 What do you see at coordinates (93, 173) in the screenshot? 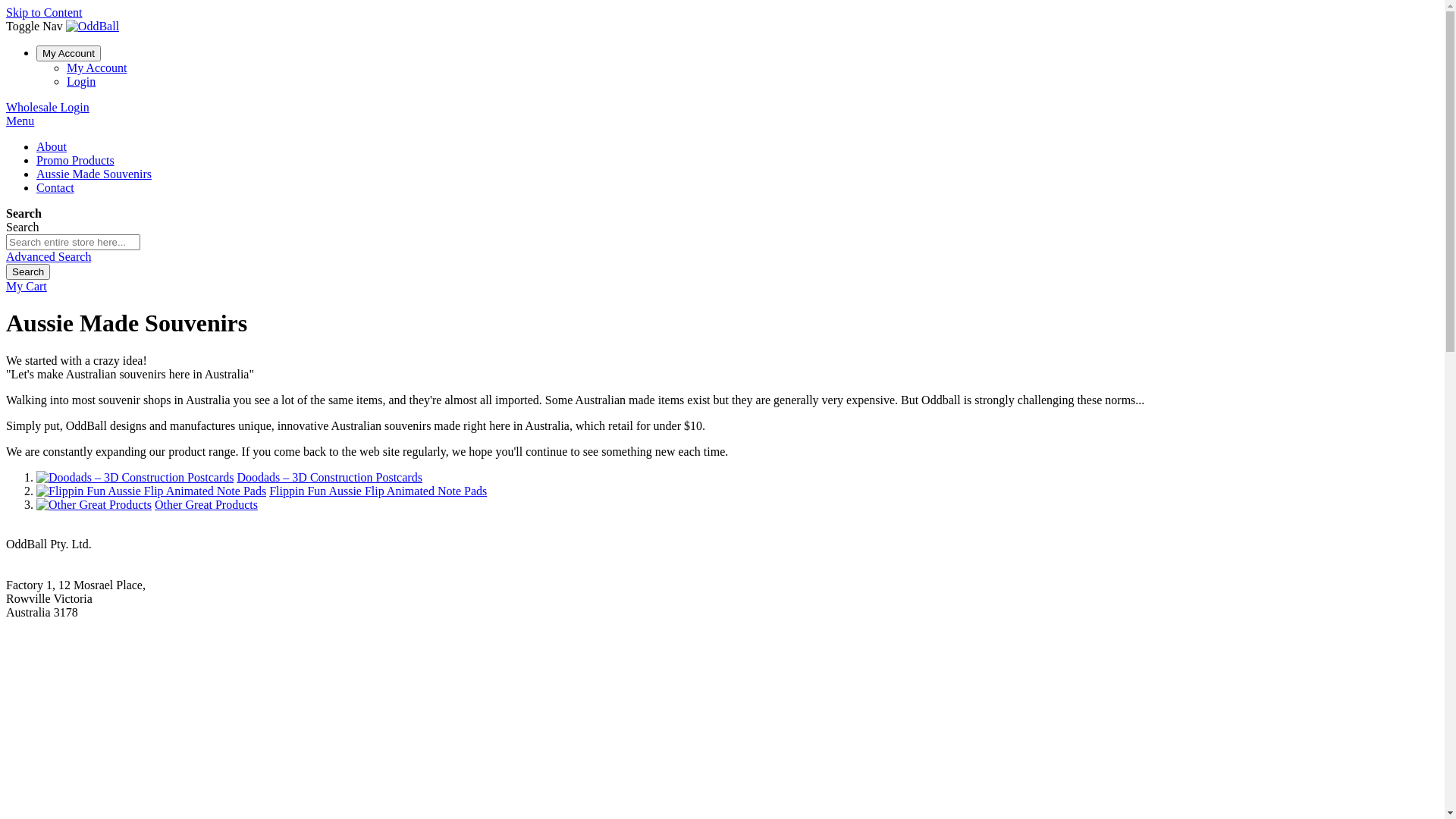
I see `'Aussie Made Souvenirs'` at bounding box center [93, 173].